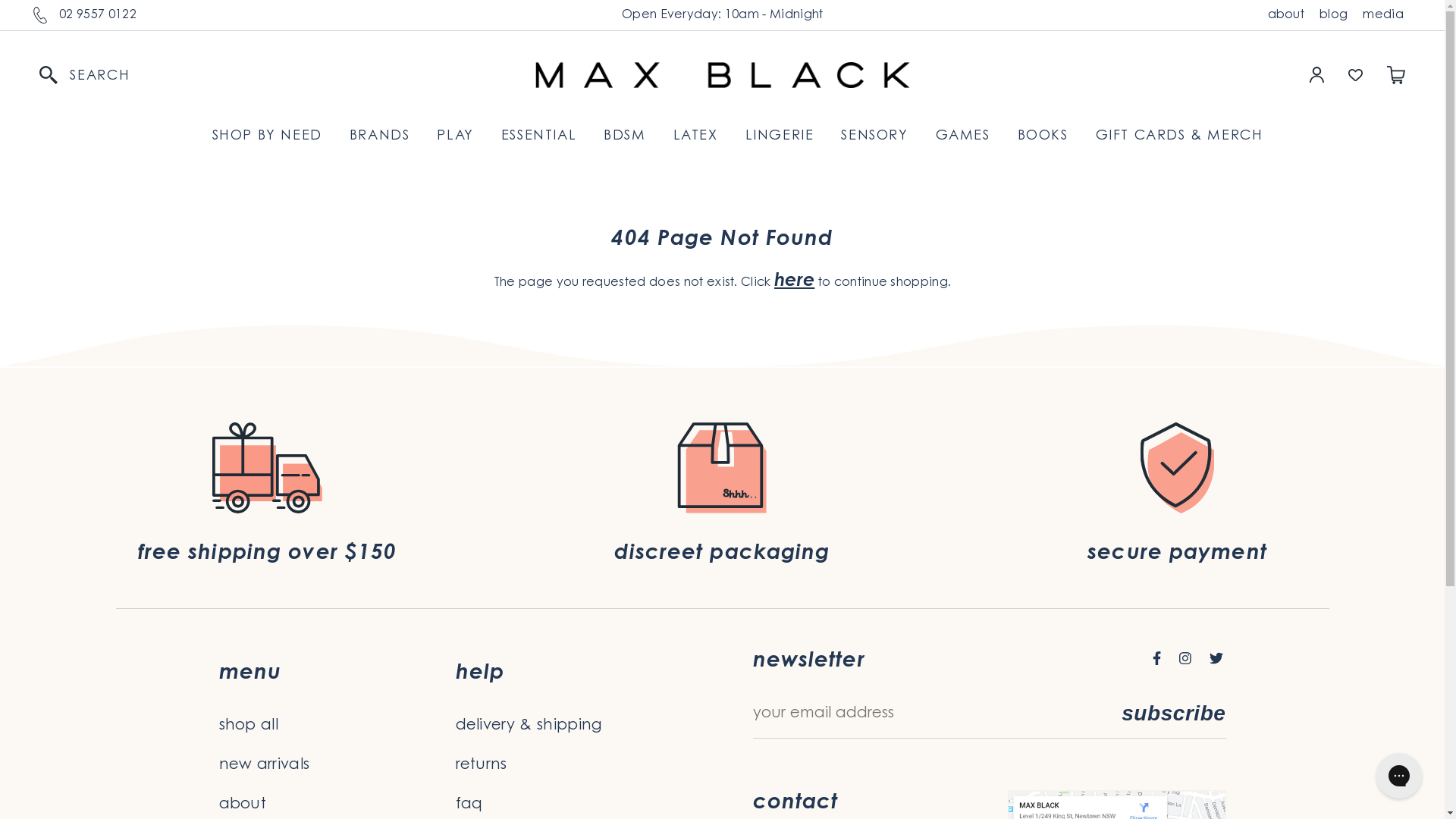 This screenshot has width=1456, height=819. Describe the element at coordinates (1354, 14) in the screenshot. I see `'media'` at that location.